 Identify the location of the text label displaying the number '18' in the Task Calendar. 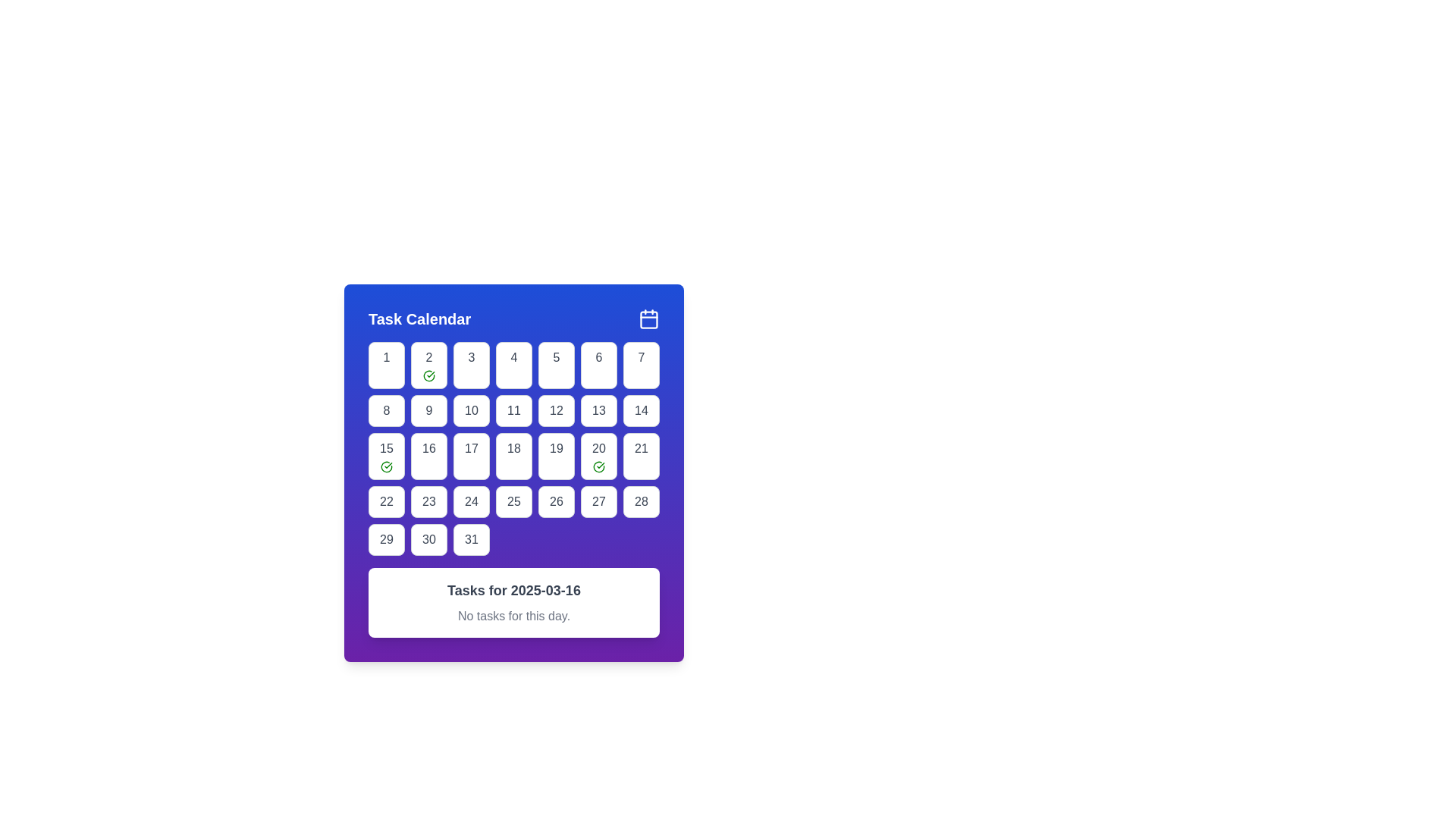
(513, 447).